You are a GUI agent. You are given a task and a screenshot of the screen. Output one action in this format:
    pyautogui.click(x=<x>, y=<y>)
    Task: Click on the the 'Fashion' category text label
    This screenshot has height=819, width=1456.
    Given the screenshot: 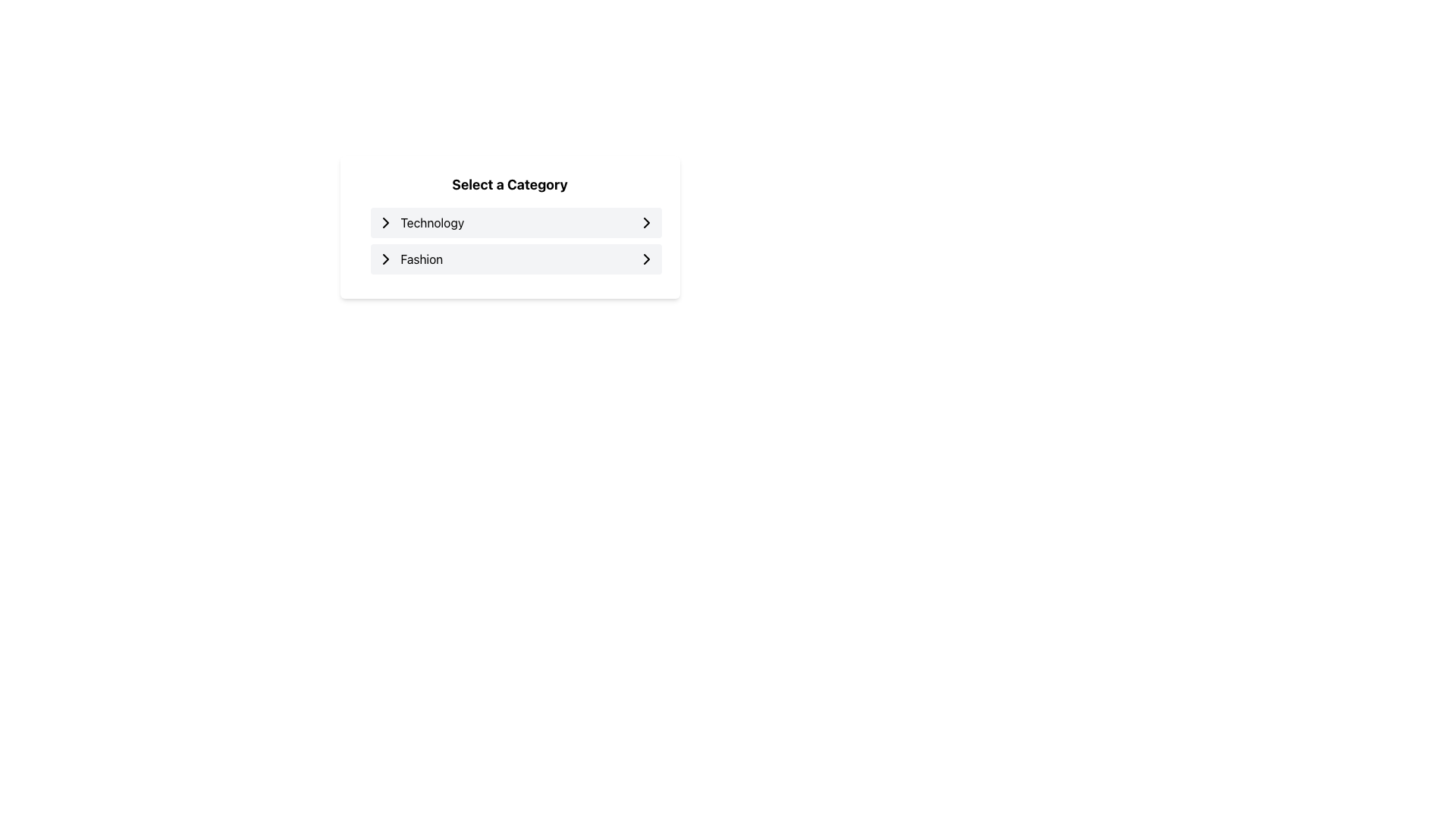 What is the action you would take?
    pyautogui.click(x=409, y=259)
    